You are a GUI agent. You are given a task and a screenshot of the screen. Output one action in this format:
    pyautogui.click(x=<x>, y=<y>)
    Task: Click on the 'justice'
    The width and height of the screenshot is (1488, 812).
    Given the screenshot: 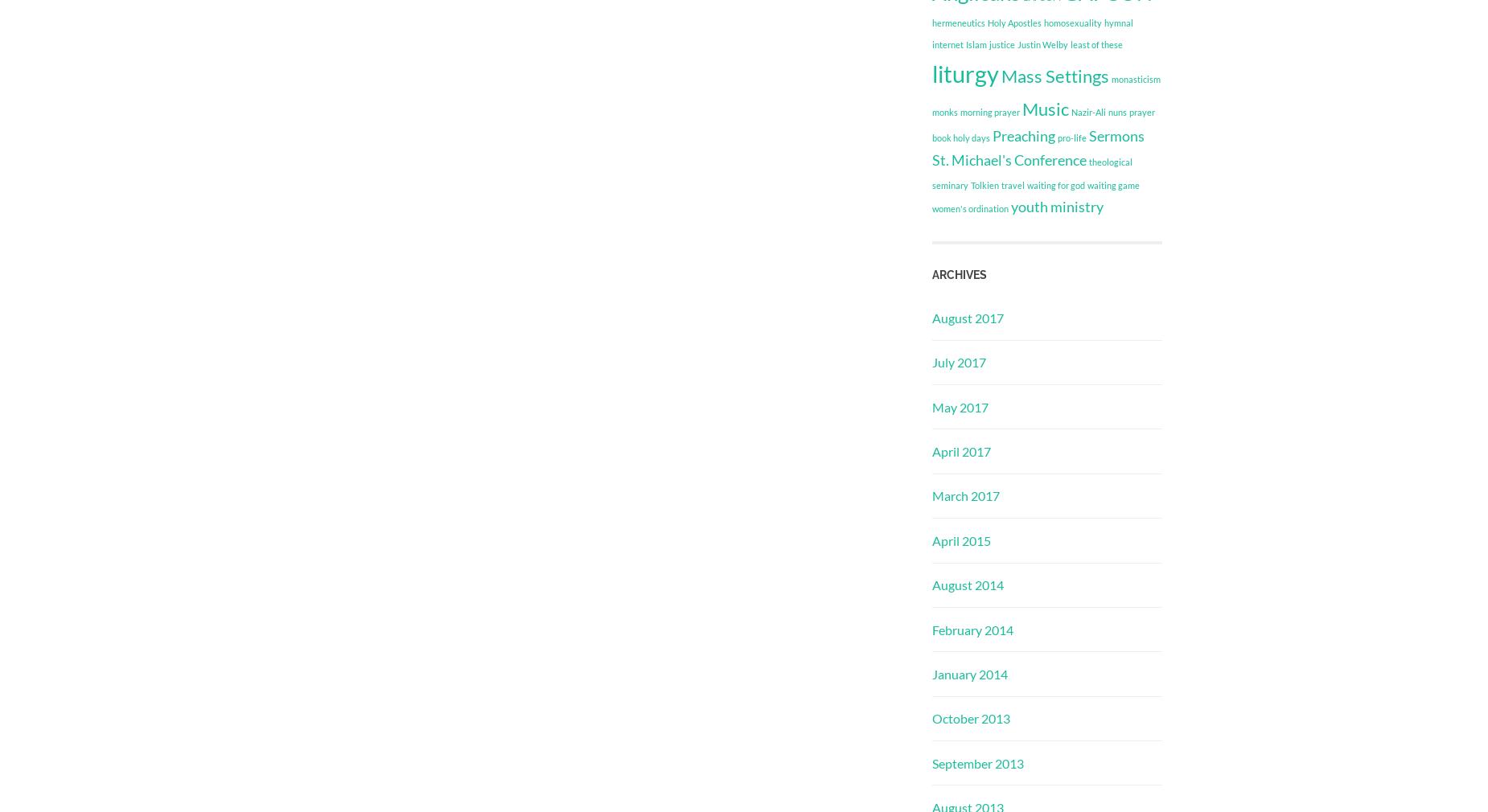 What is the action you would take?
    pyautogui.click(x=1001, y=43)
    